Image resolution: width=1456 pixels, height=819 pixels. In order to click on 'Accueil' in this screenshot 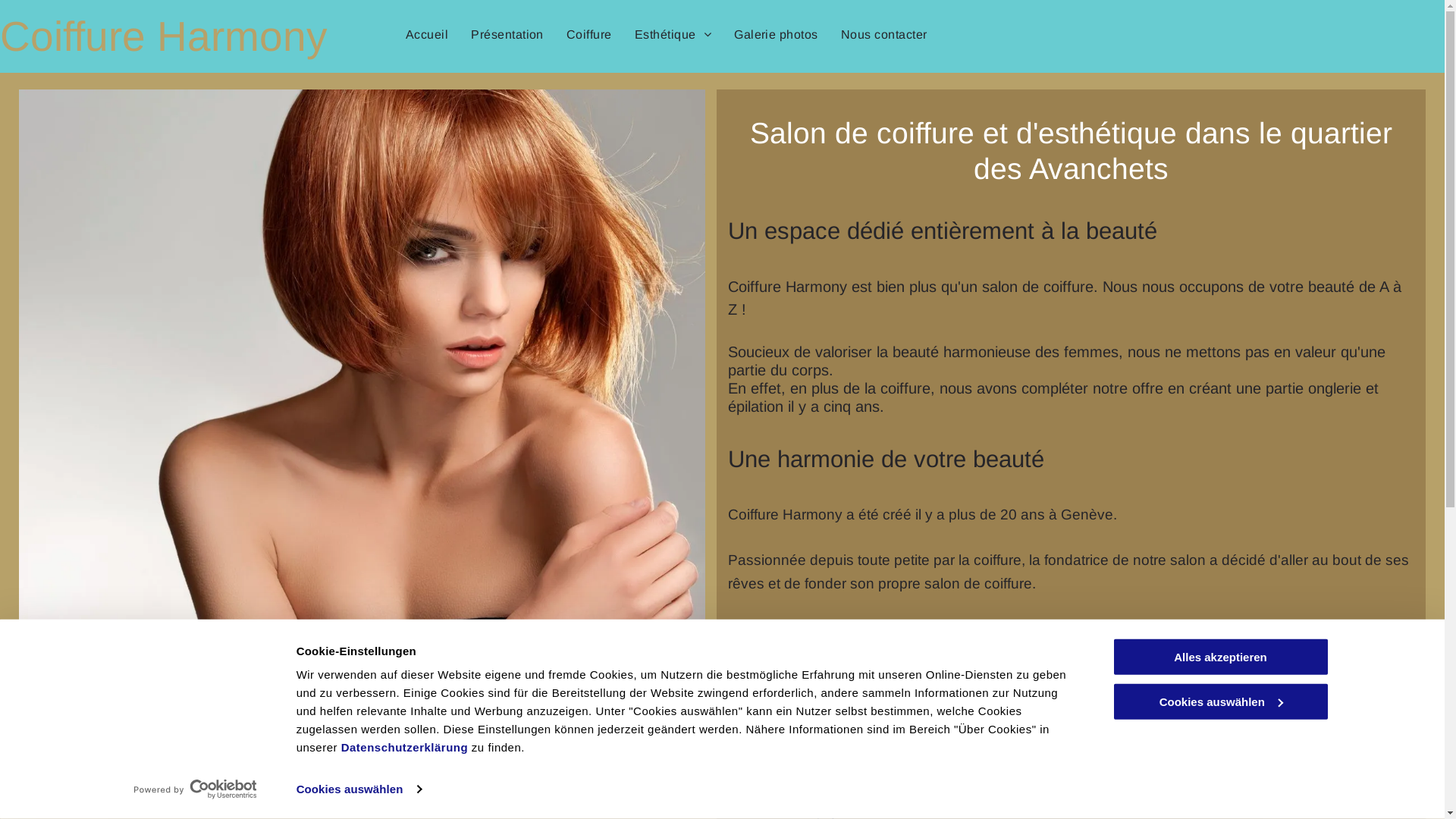, I will do `click(425, 34)`.